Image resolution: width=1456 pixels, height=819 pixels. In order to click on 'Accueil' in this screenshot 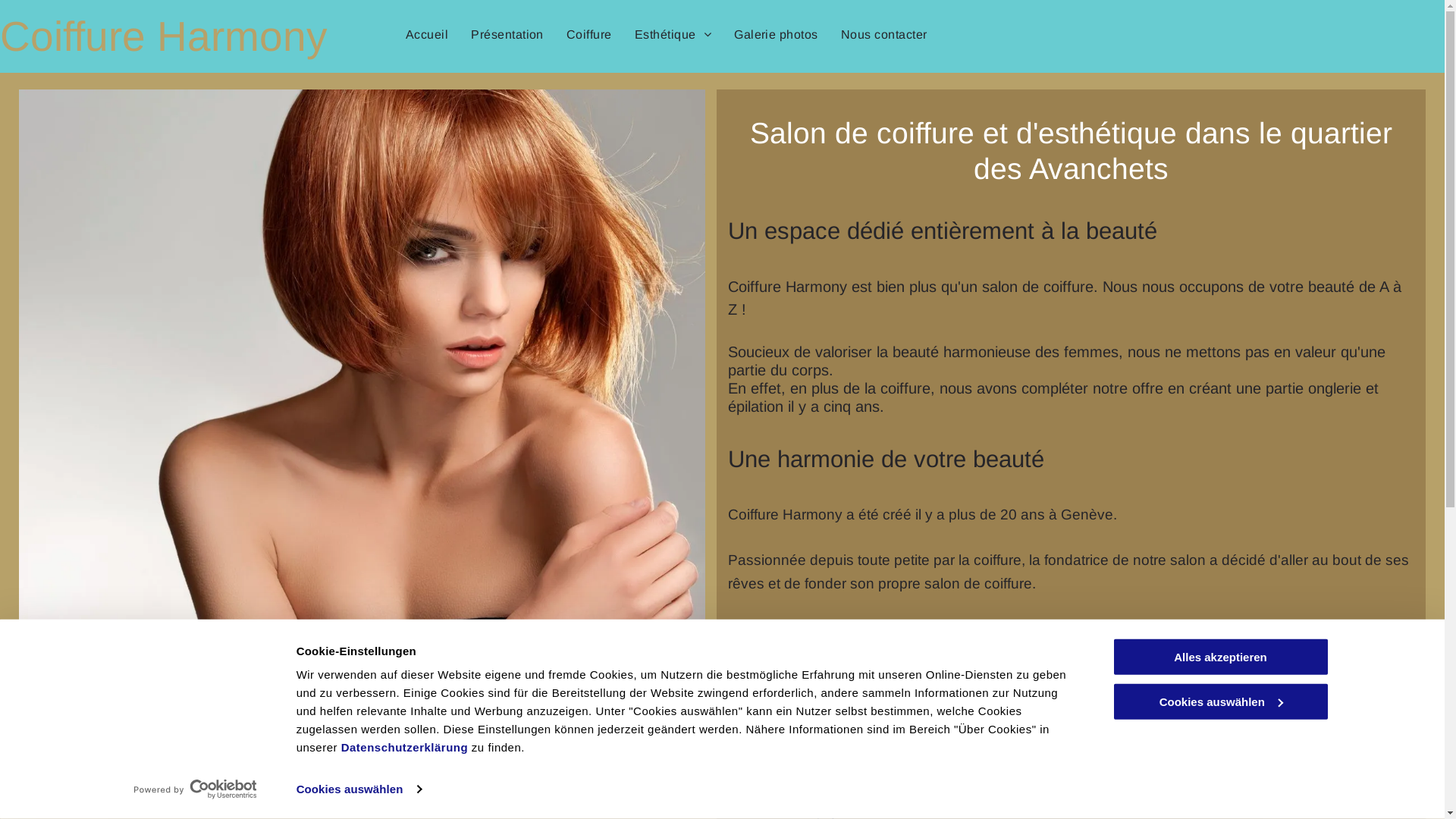, I will do `click(425, 34)`.